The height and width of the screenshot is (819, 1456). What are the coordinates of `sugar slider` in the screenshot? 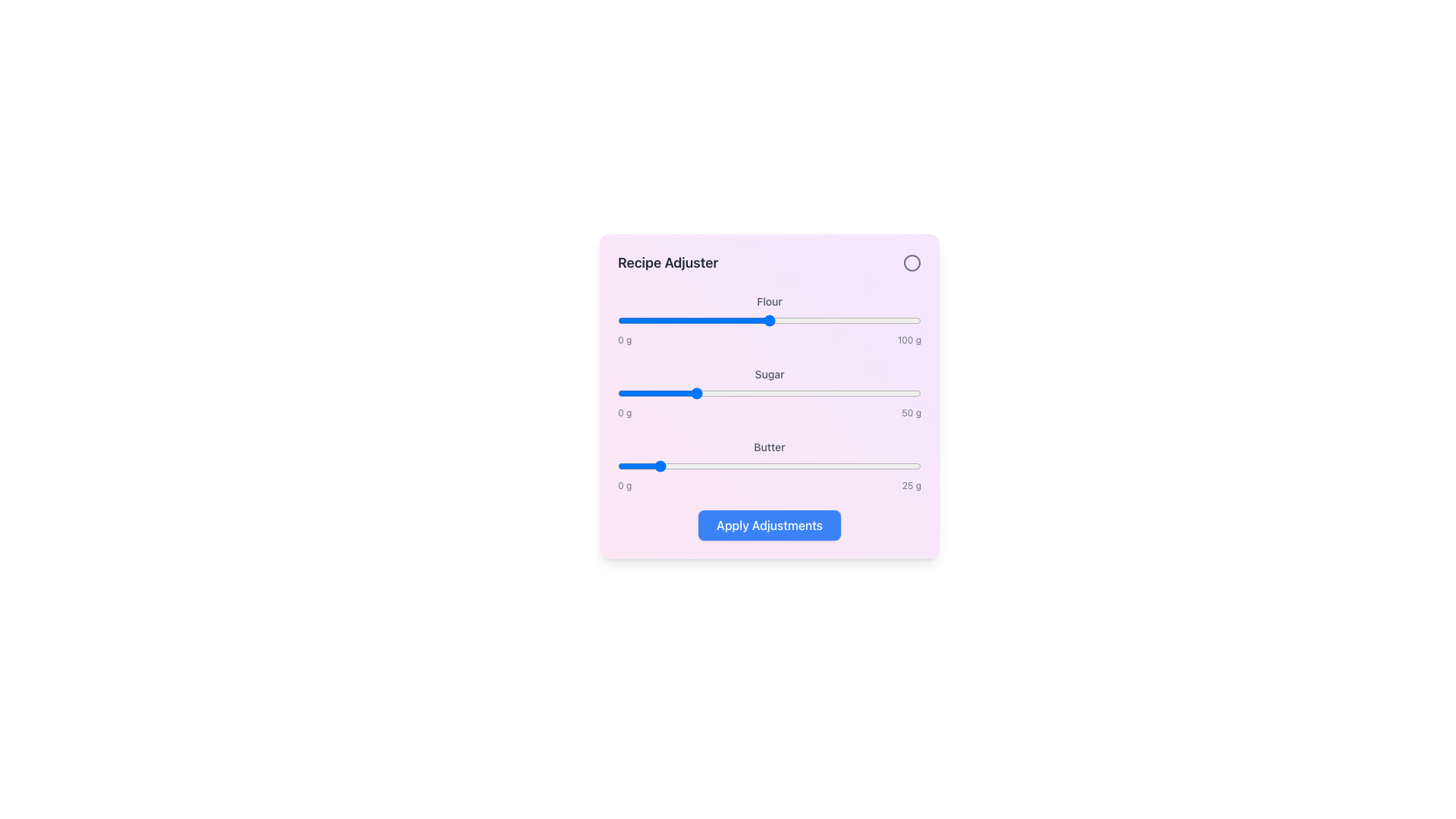 It's located at (914, 393).